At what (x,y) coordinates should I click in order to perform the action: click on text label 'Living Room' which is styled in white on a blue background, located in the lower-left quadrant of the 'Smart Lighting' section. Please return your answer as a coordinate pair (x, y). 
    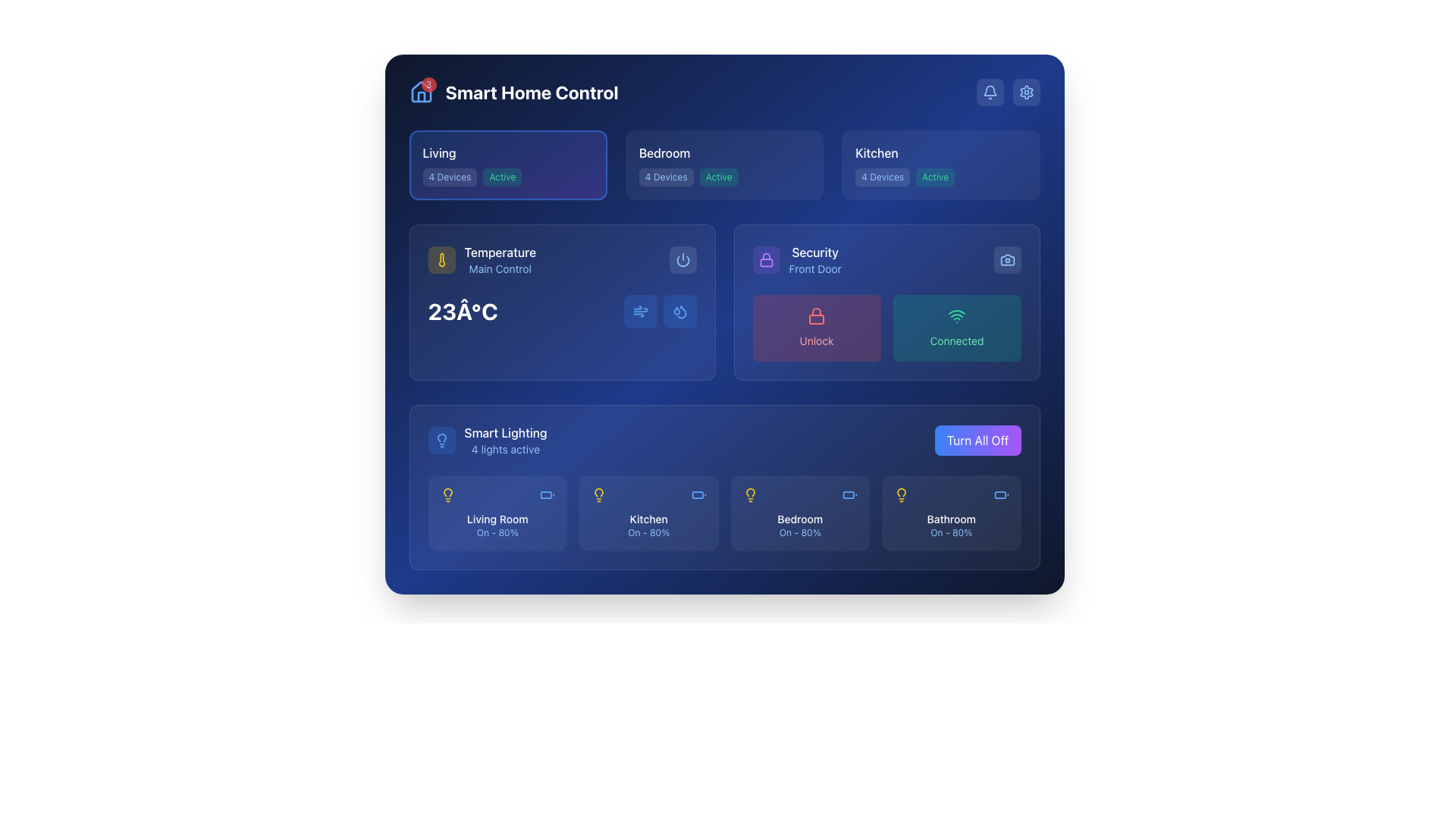
    Looking at the image, I should click on (497, 519).